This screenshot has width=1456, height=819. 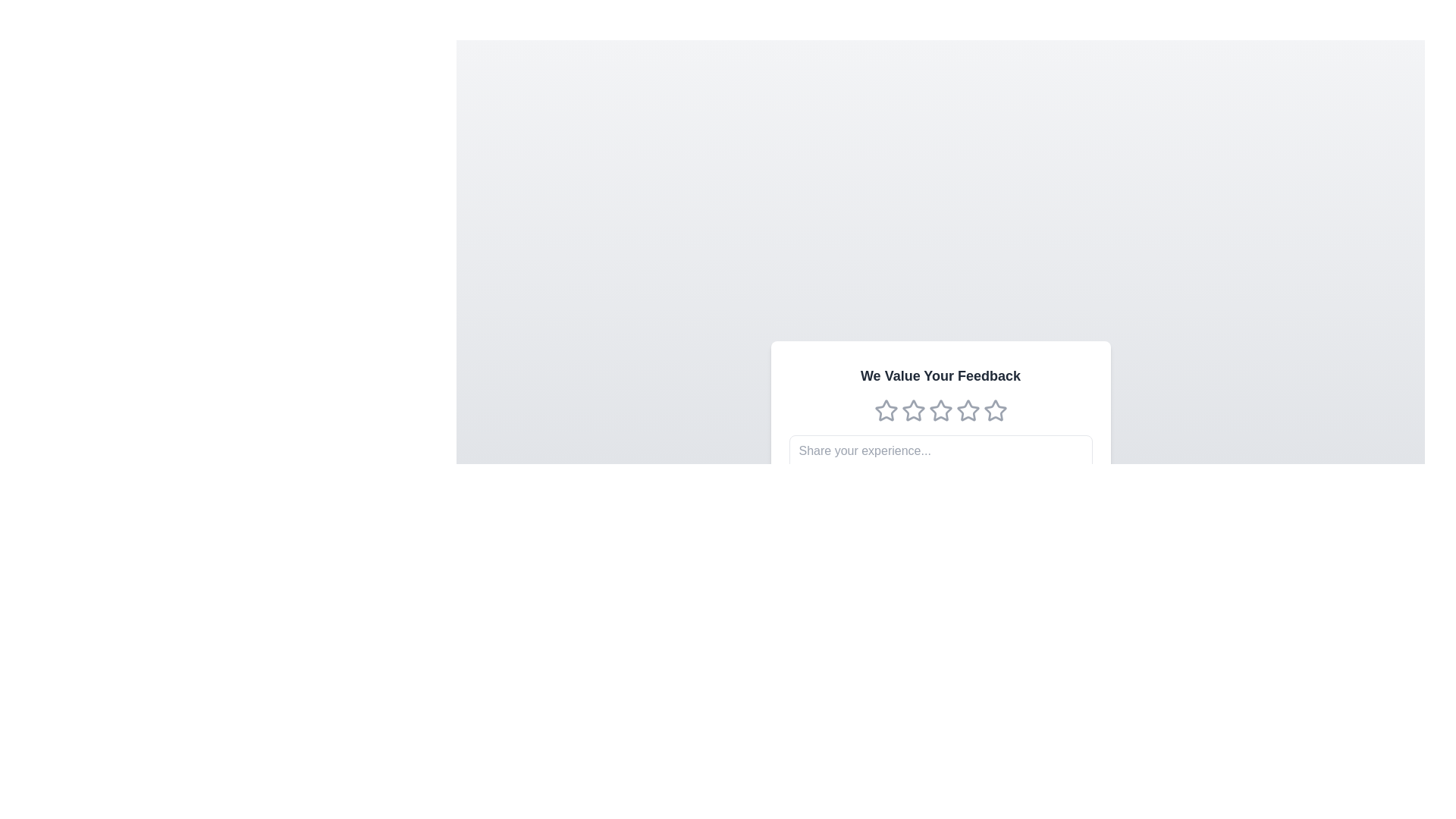 What do you see at coordinates (912, 411) in the screenshot?
I see `the third star-shaped icon with a gray outline in the feedback component` at bounding box center [912, 411].